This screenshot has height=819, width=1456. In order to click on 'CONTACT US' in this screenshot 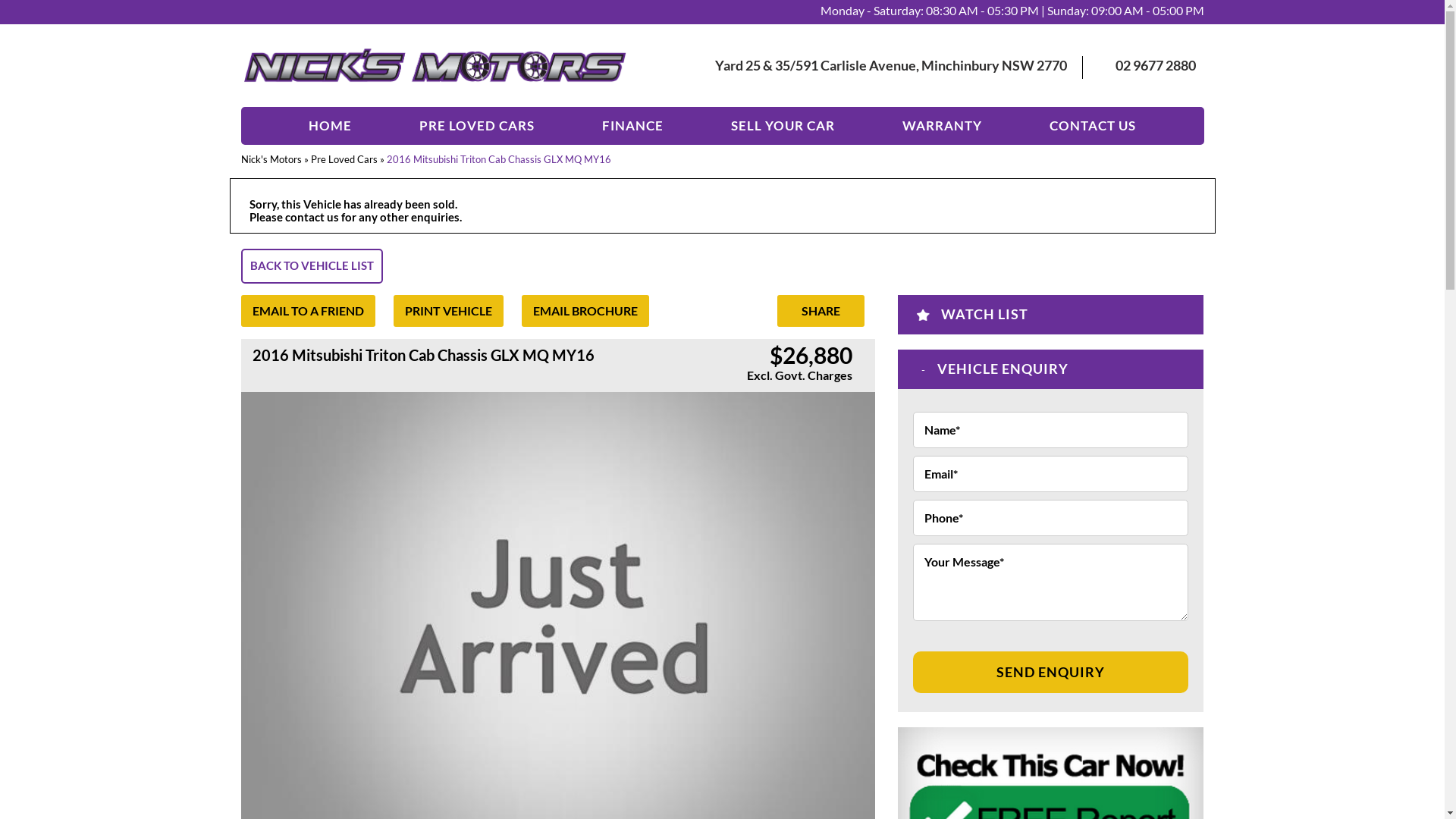, I will do `click(1092, 124)`.